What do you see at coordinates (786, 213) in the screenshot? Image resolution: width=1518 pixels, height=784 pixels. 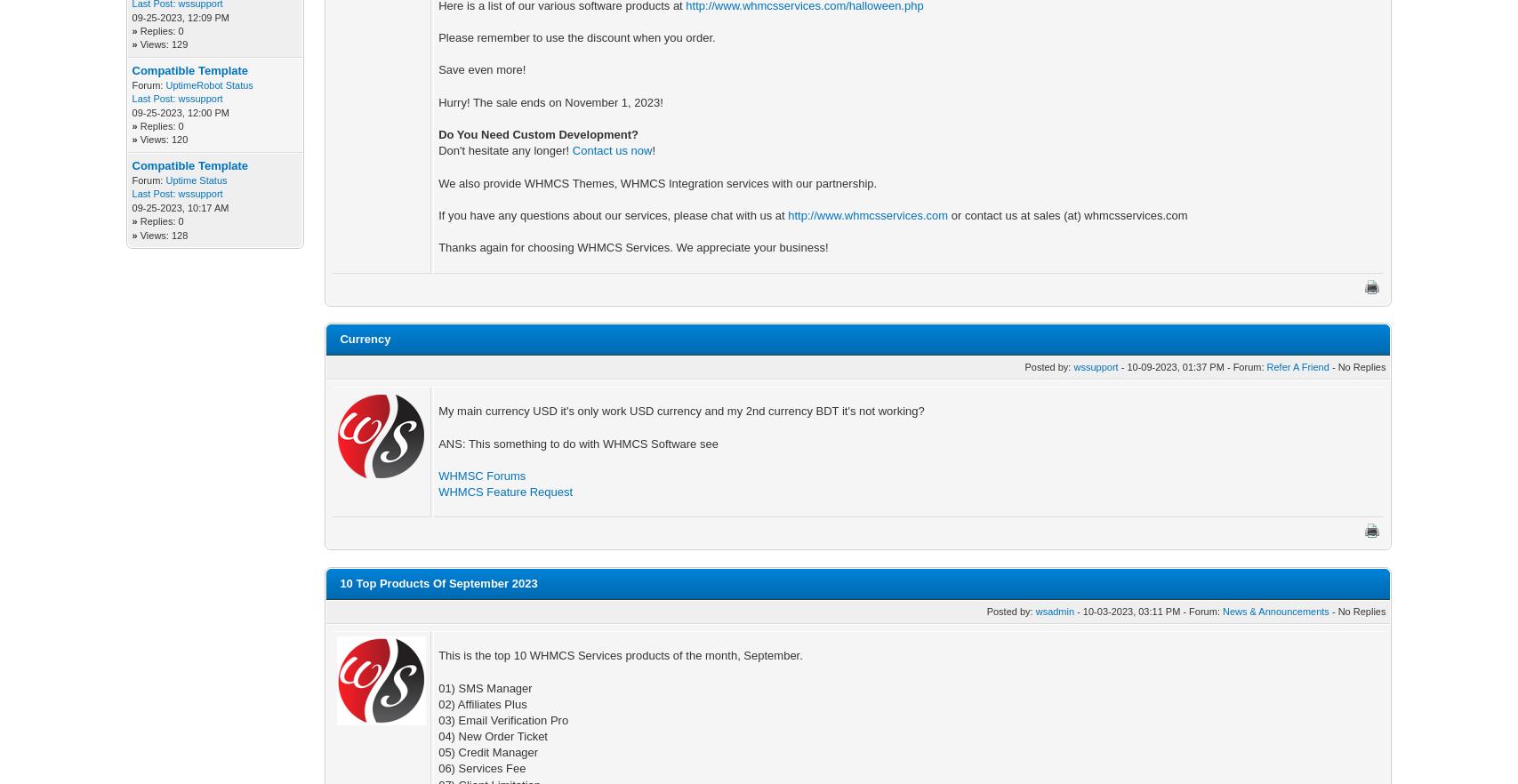 I see `'http://www.whmcsservices.com'` at bounding box center [786, 213].